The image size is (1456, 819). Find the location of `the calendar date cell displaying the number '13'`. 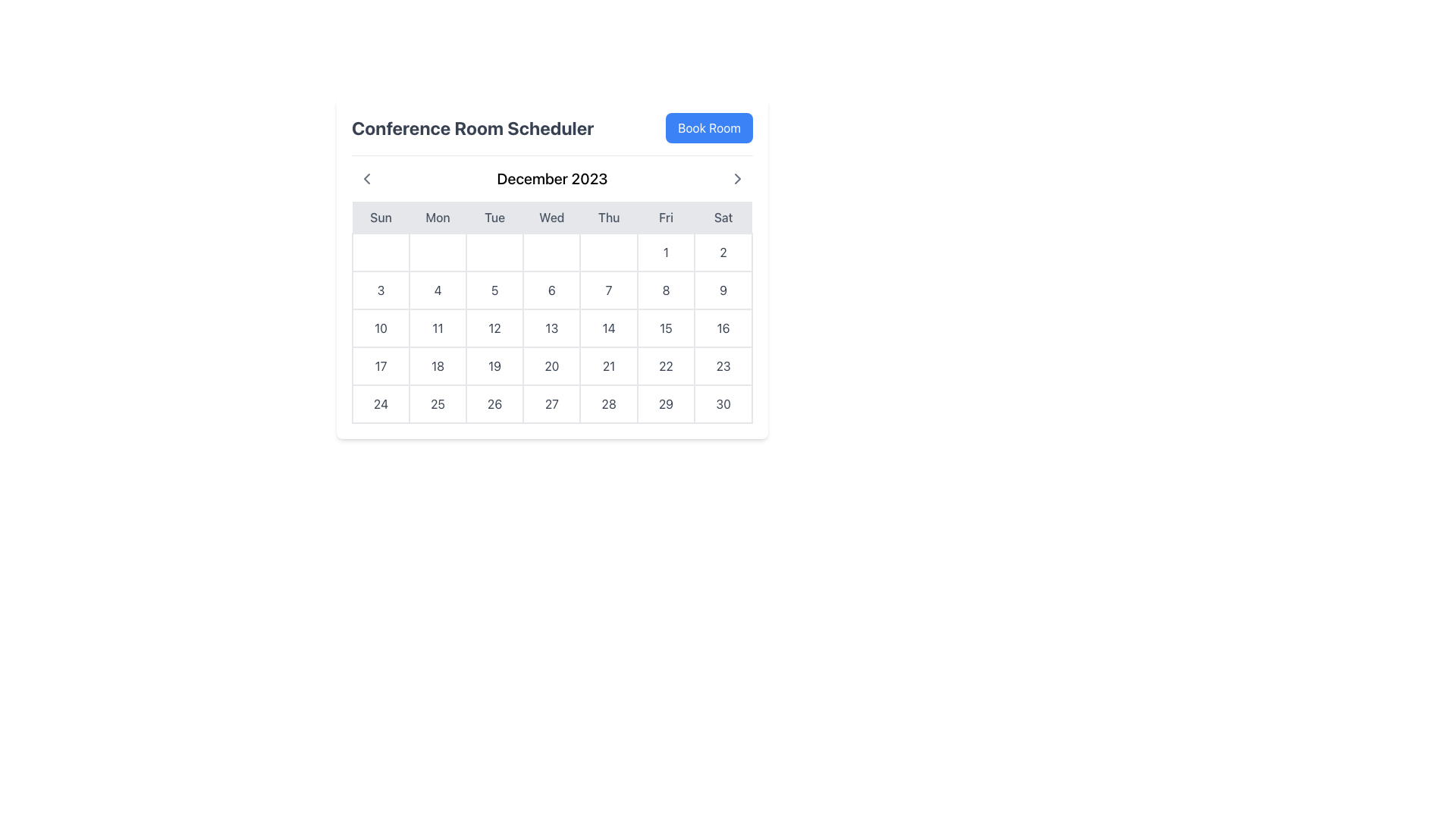

the calendar date cell displaying the number '13' is located at coordinates (551, 327).